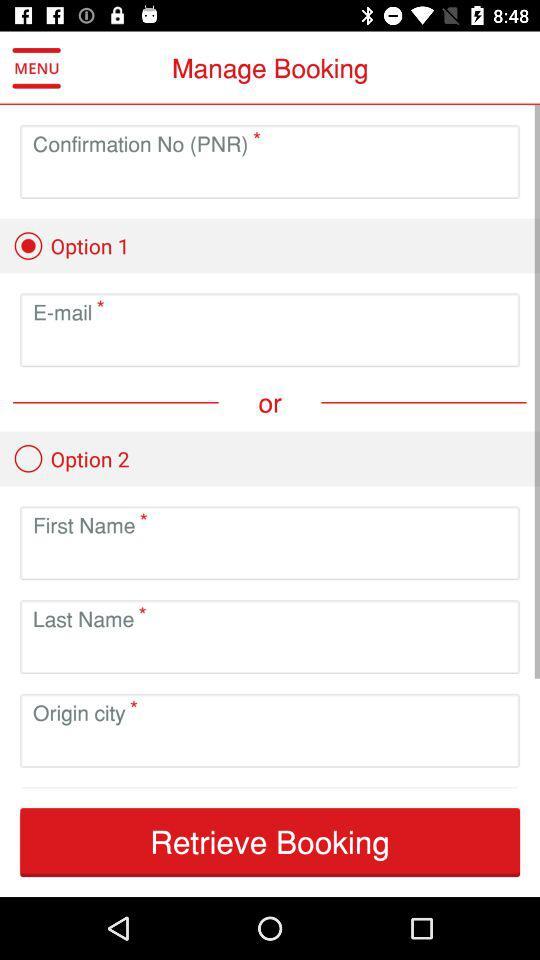  I want to click on name, so click(270, 559).